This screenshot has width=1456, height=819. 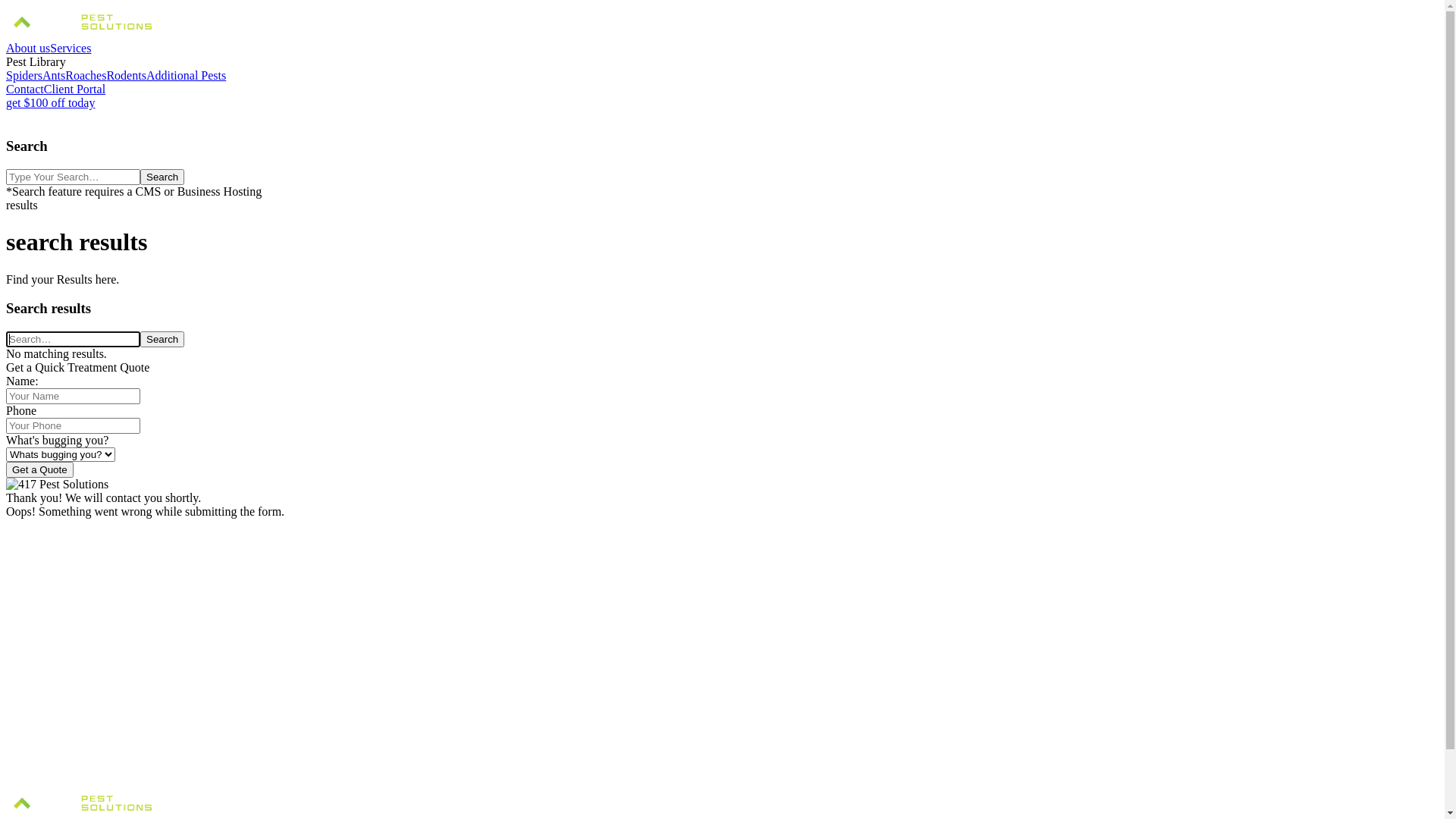 I want to click on 'Additional Pests', so click(x=146, y=75).